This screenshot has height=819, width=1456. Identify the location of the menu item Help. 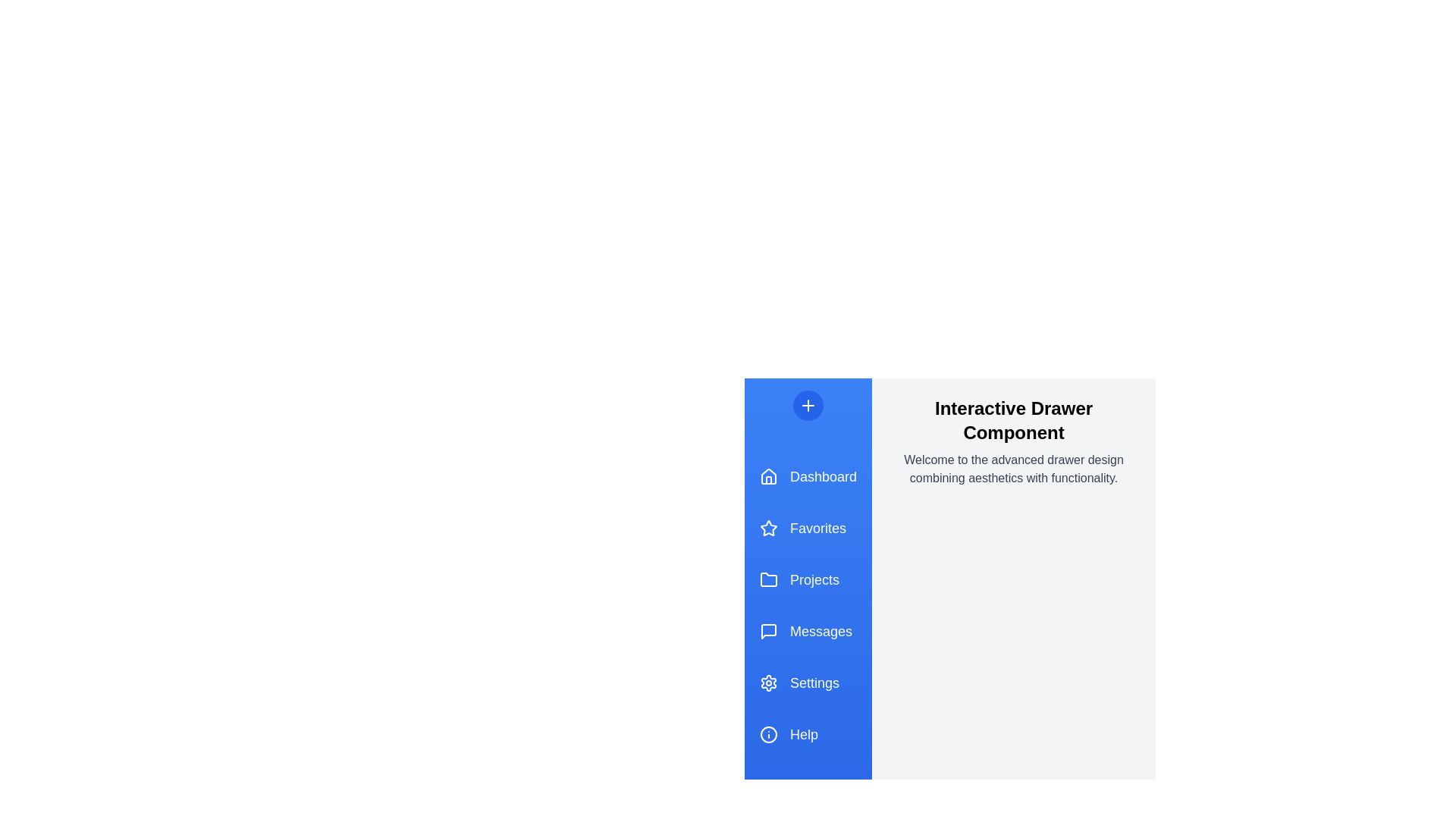
(807, 733).